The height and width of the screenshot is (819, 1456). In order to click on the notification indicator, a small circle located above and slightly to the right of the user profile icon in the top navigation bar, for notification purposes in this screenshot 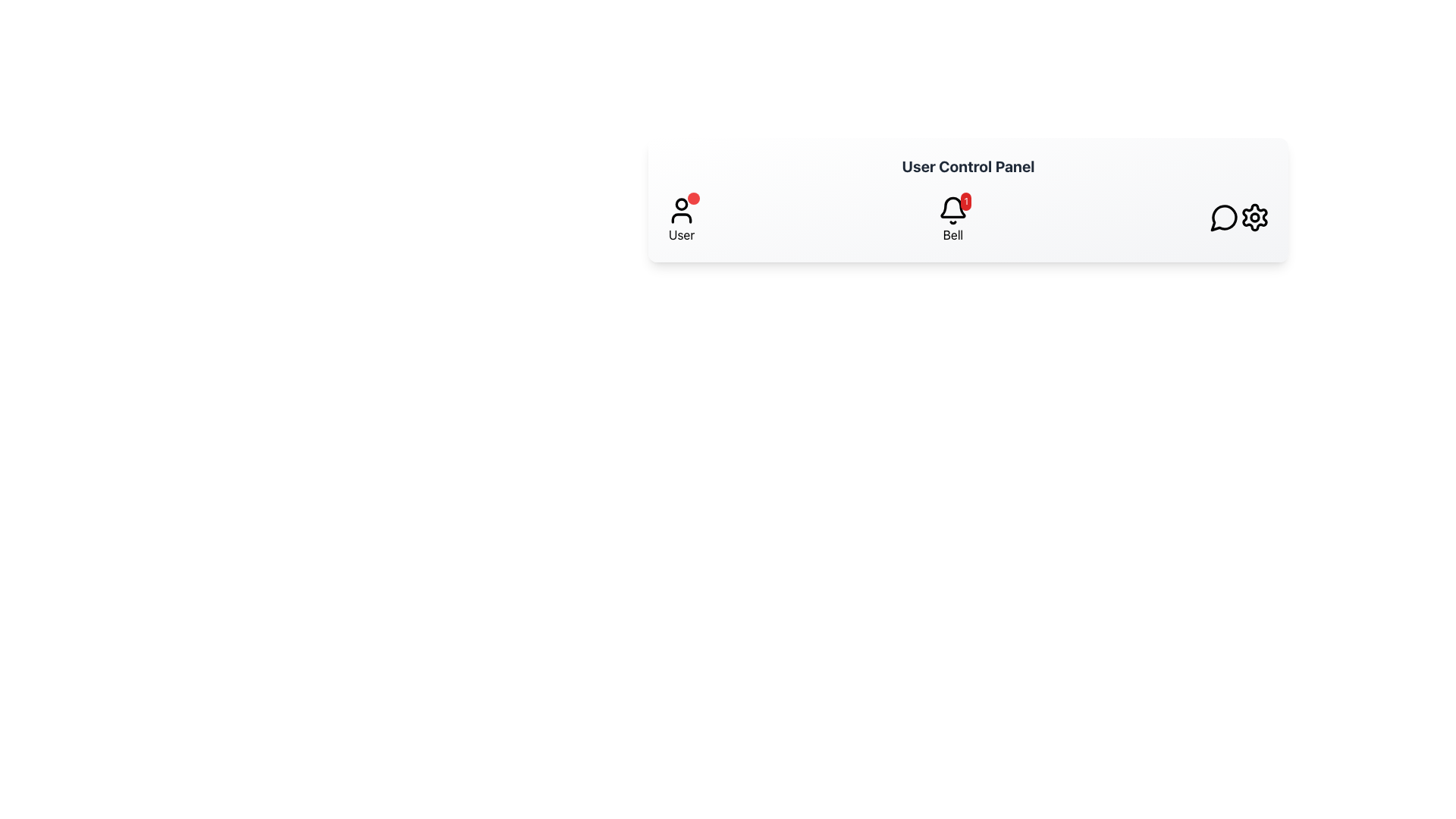, I will do `click(680, 203)`.